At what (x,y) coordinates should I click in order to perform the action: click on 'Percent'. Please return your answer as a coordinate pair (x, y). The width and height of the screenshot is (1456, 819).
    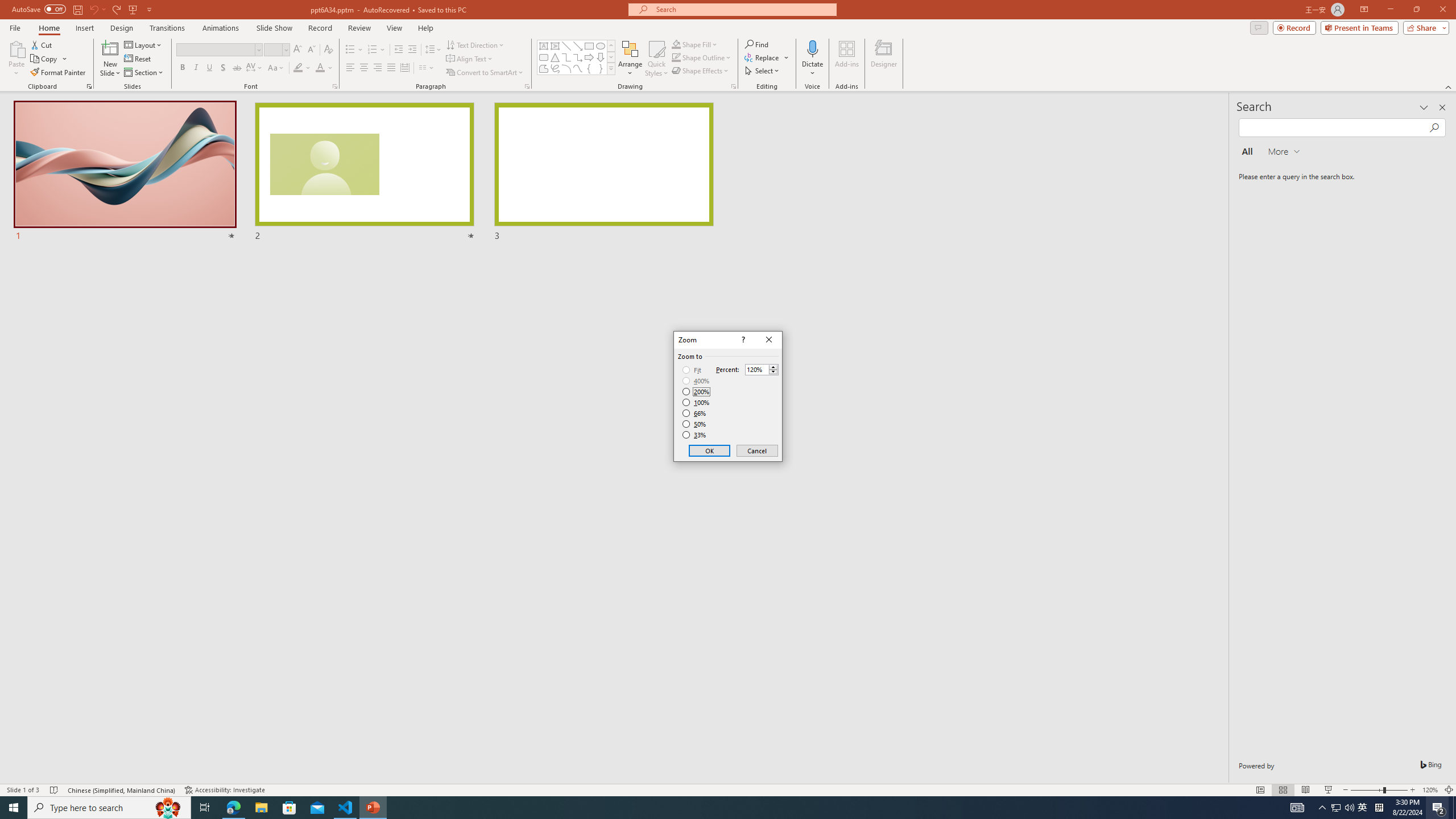
    Looking at the image, I should click on (762, 369).